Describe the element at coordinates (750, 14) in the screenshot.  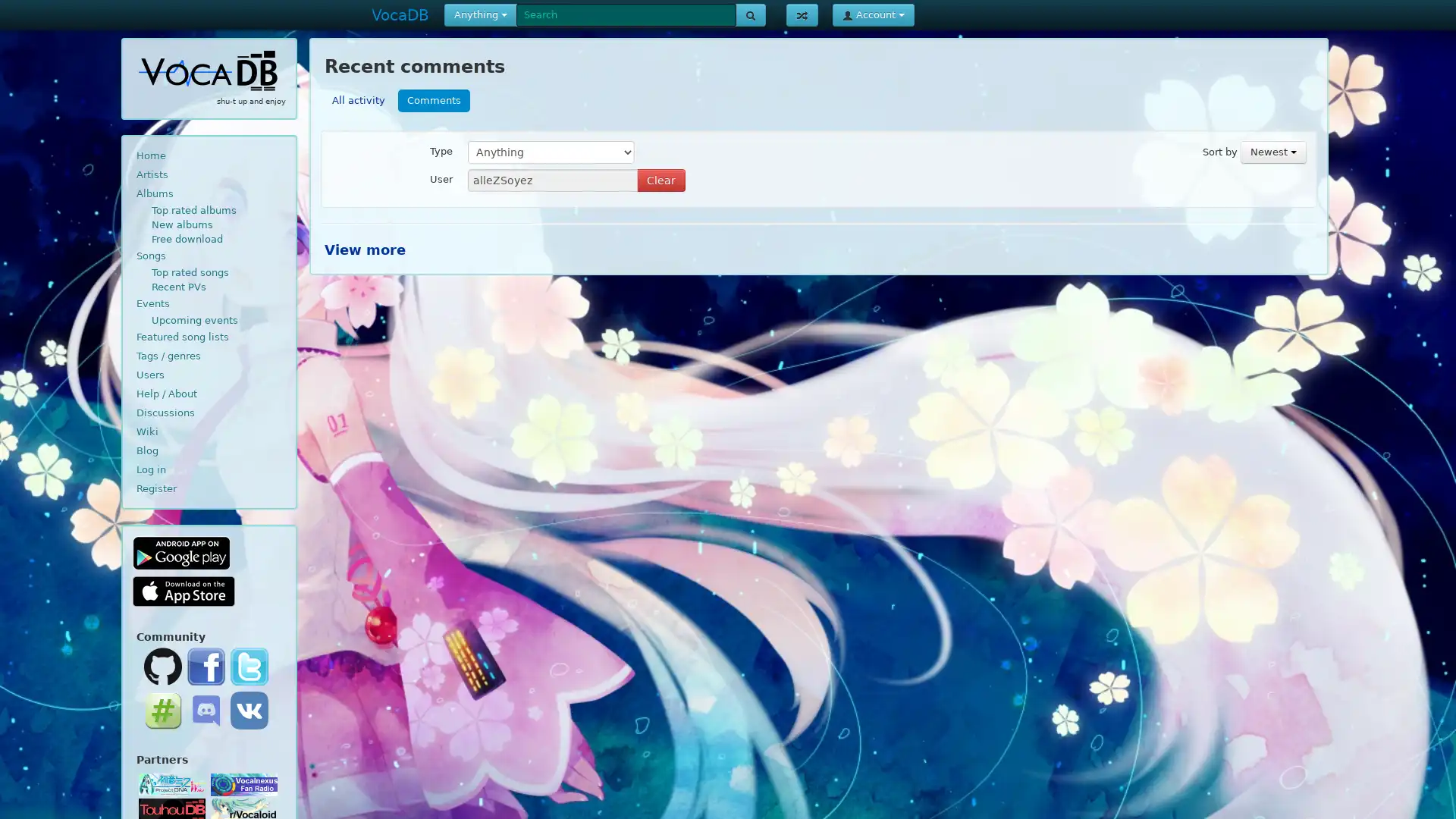
I see `Search` at that location.